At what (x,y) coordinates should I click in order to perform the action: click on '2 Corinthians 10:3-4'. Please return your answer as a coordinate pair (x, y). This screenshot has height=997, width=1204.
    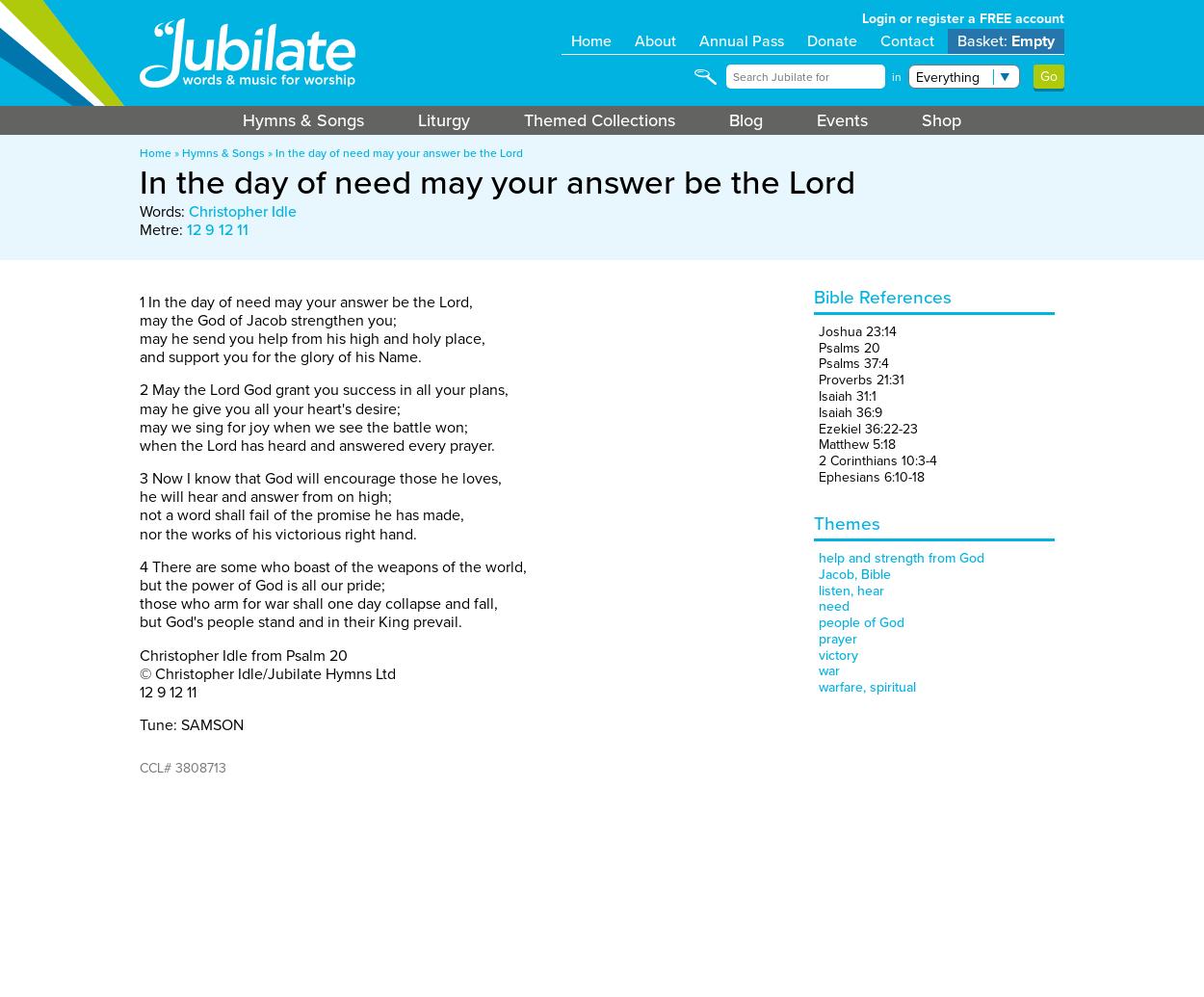
    Looking at the image, I should click on (877, 460).